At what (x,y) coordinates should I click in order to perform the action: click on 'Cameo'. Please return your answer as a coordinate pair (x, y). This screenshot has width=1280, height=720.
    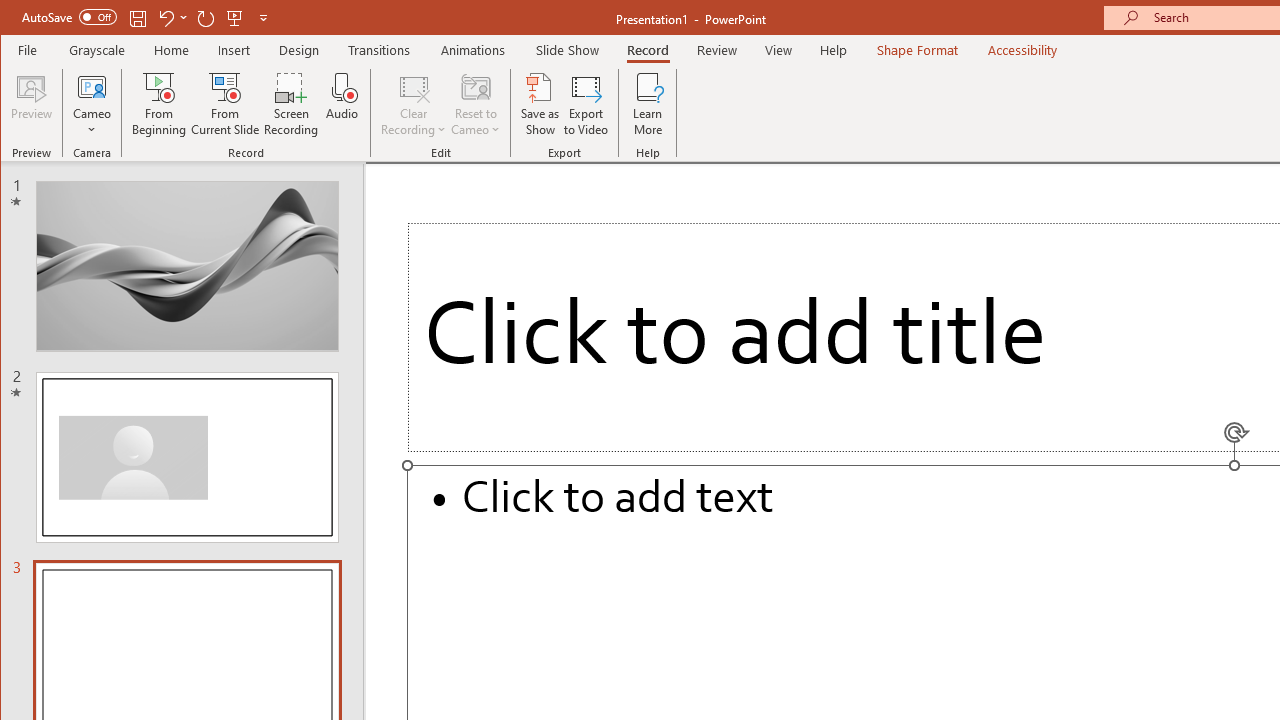
    Looking at the image, I should click on (91, 104).